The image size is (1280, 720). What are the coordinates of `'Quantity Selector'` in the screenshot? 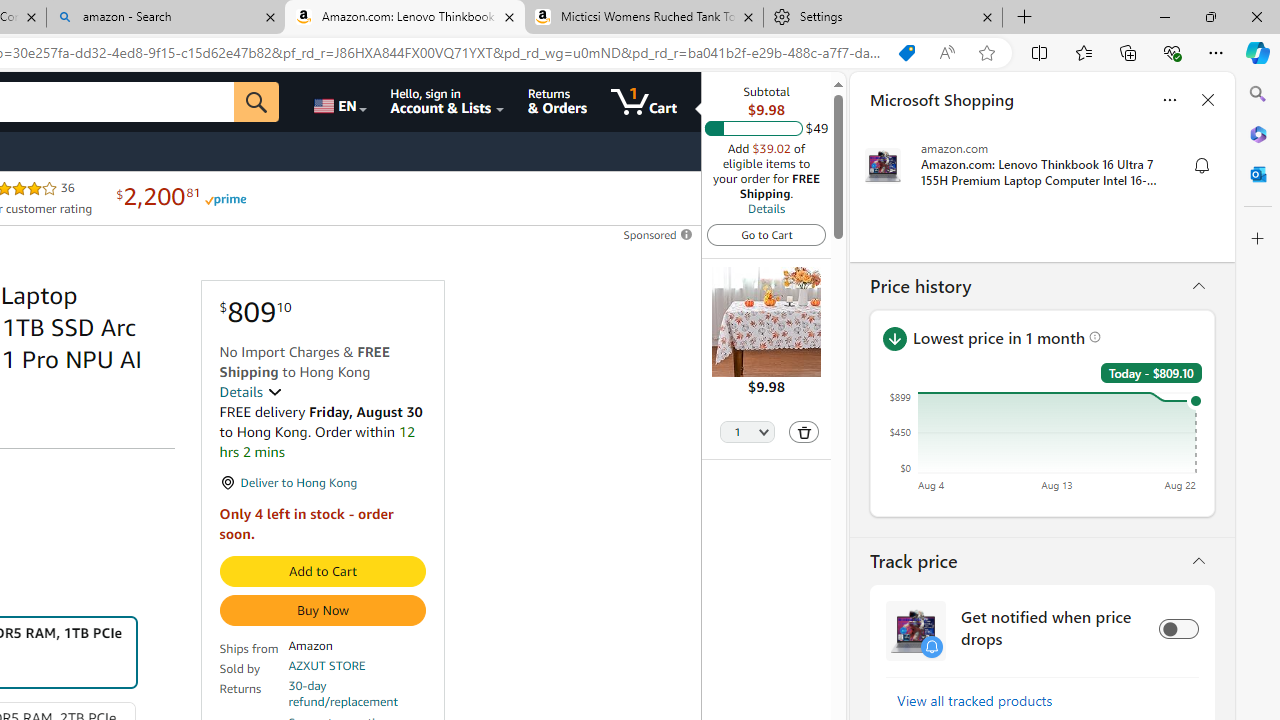 It's located at (746, 432).